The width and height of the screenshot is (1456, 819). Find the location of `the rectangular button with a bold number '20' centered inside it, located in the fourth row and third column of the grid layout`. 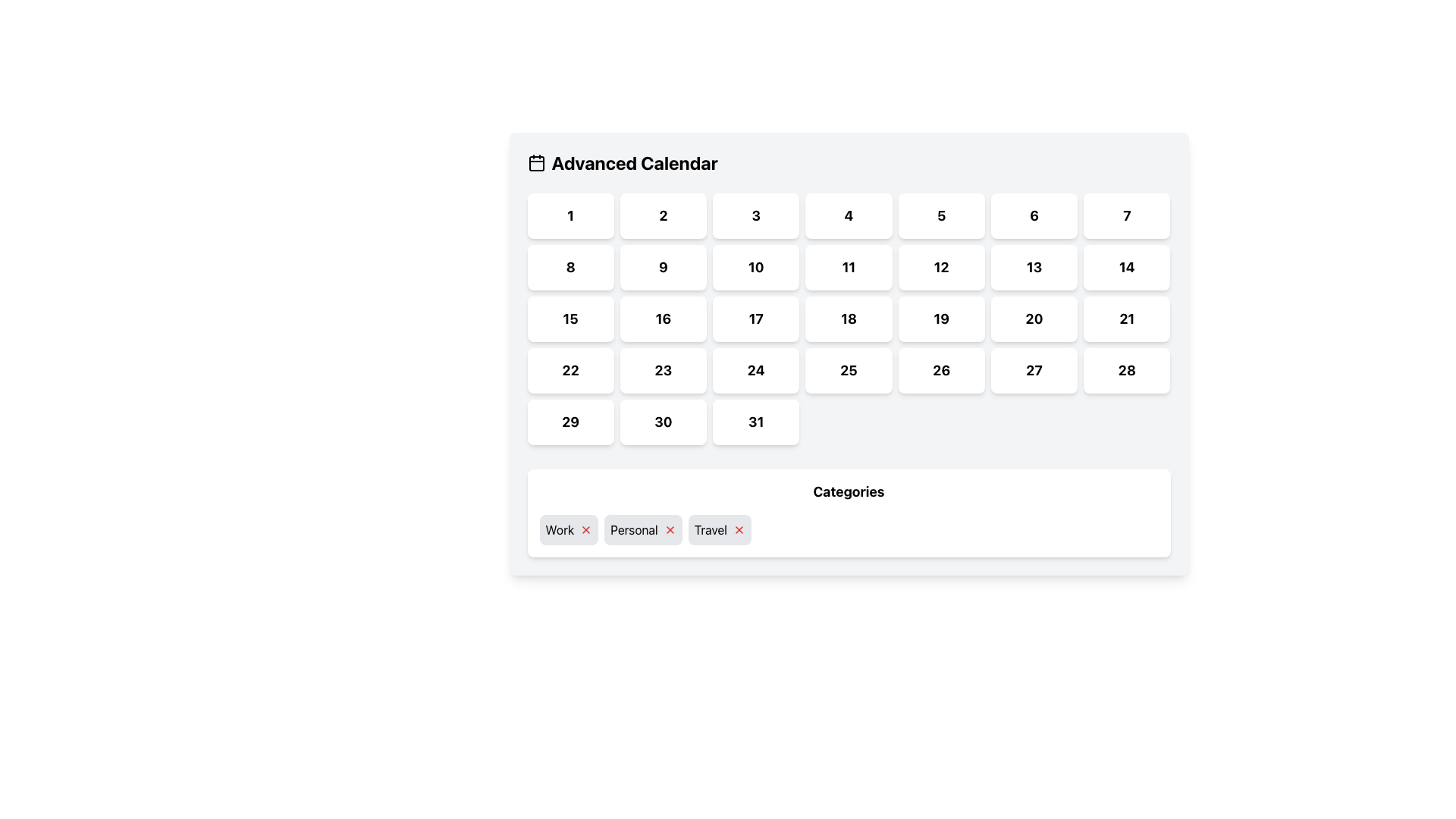

the rectangular button with a bold number '20' centered inside it, located in the fourth row and third column of the grid layout is located at coordinates (1033, 318).